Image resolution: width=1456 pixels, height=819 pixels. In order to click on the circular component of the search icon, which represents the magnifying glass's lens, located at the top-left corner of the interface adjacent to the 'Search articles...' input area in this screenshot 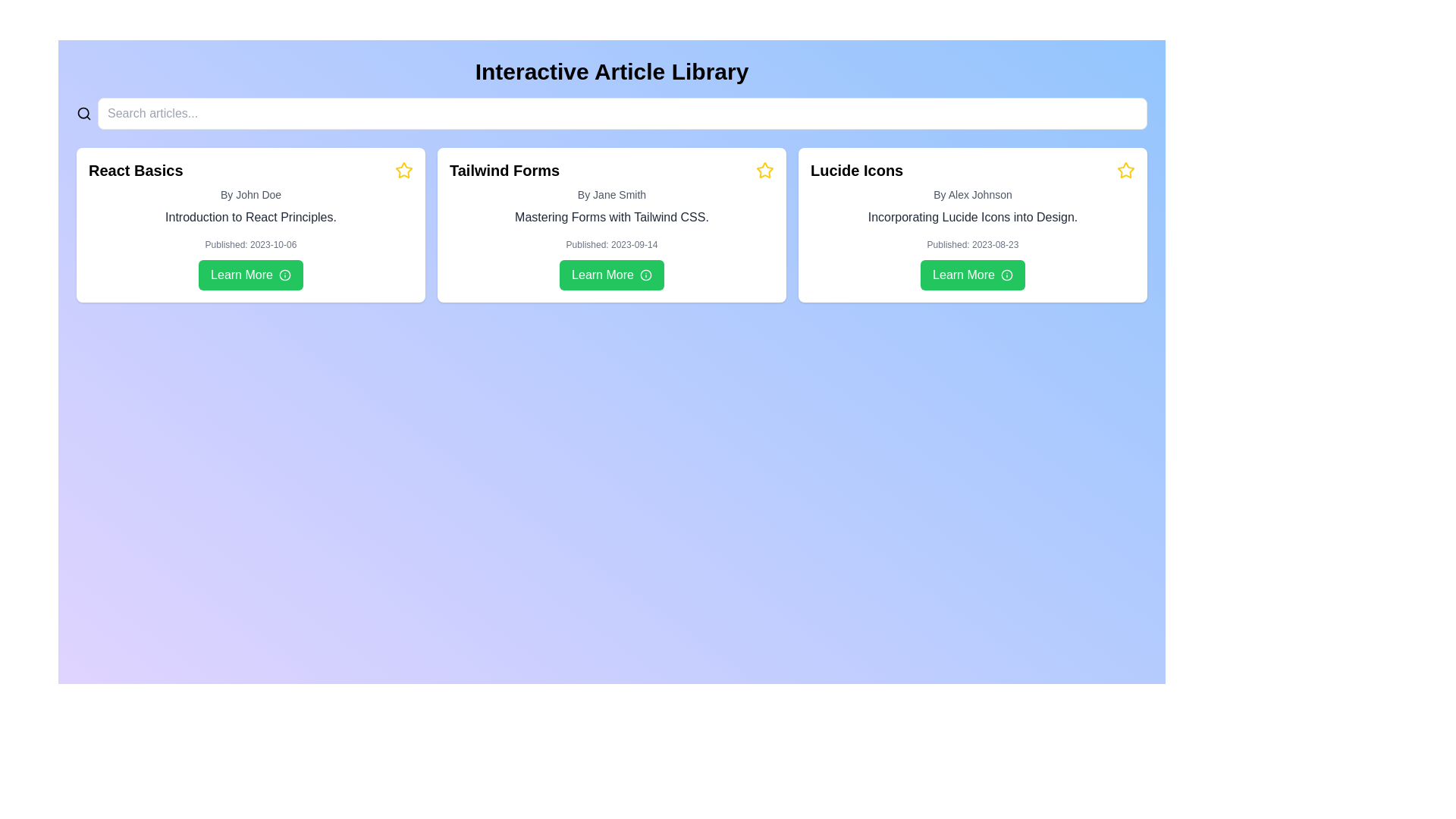, I will do `click(83, 112)`.